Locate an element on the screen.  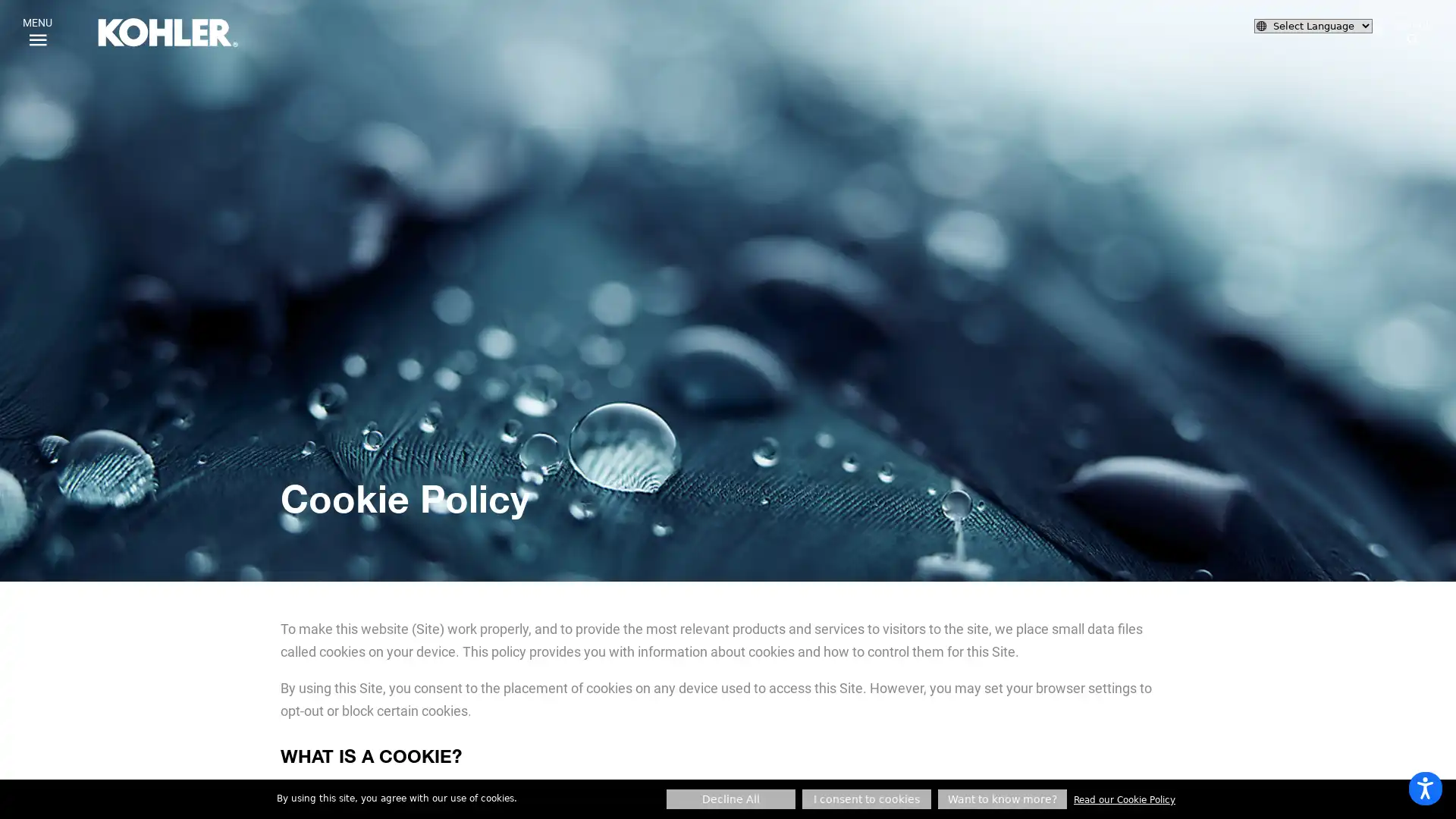
I consent to cookies is located at coordinates (866, 798).